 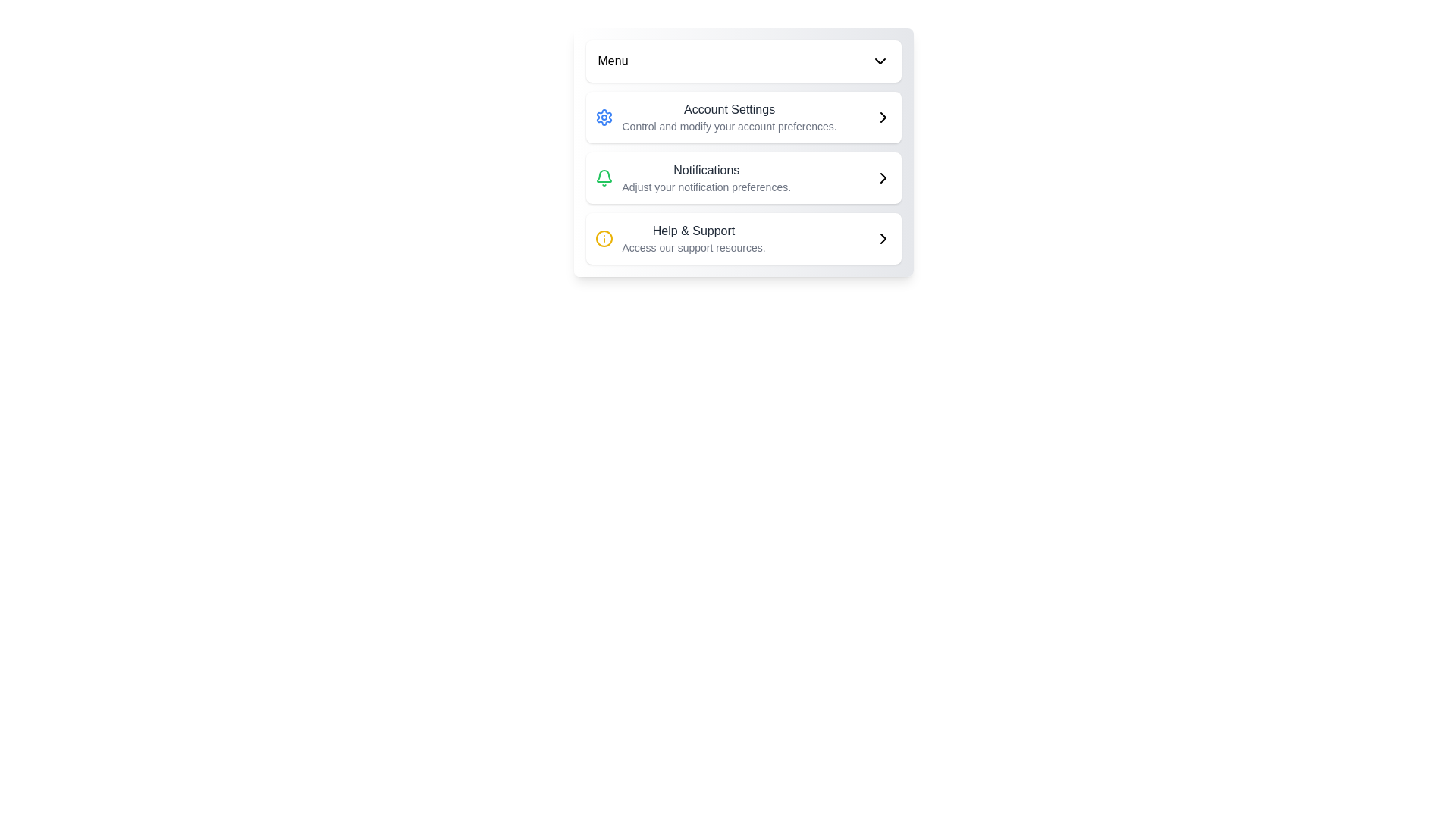 What do you see at coordinates (743, 177) in the screenshot?
I see `the 'Notifications' button, which features a bell icon on the left and a chevron on the right, located` at bounding box center [743, 177].